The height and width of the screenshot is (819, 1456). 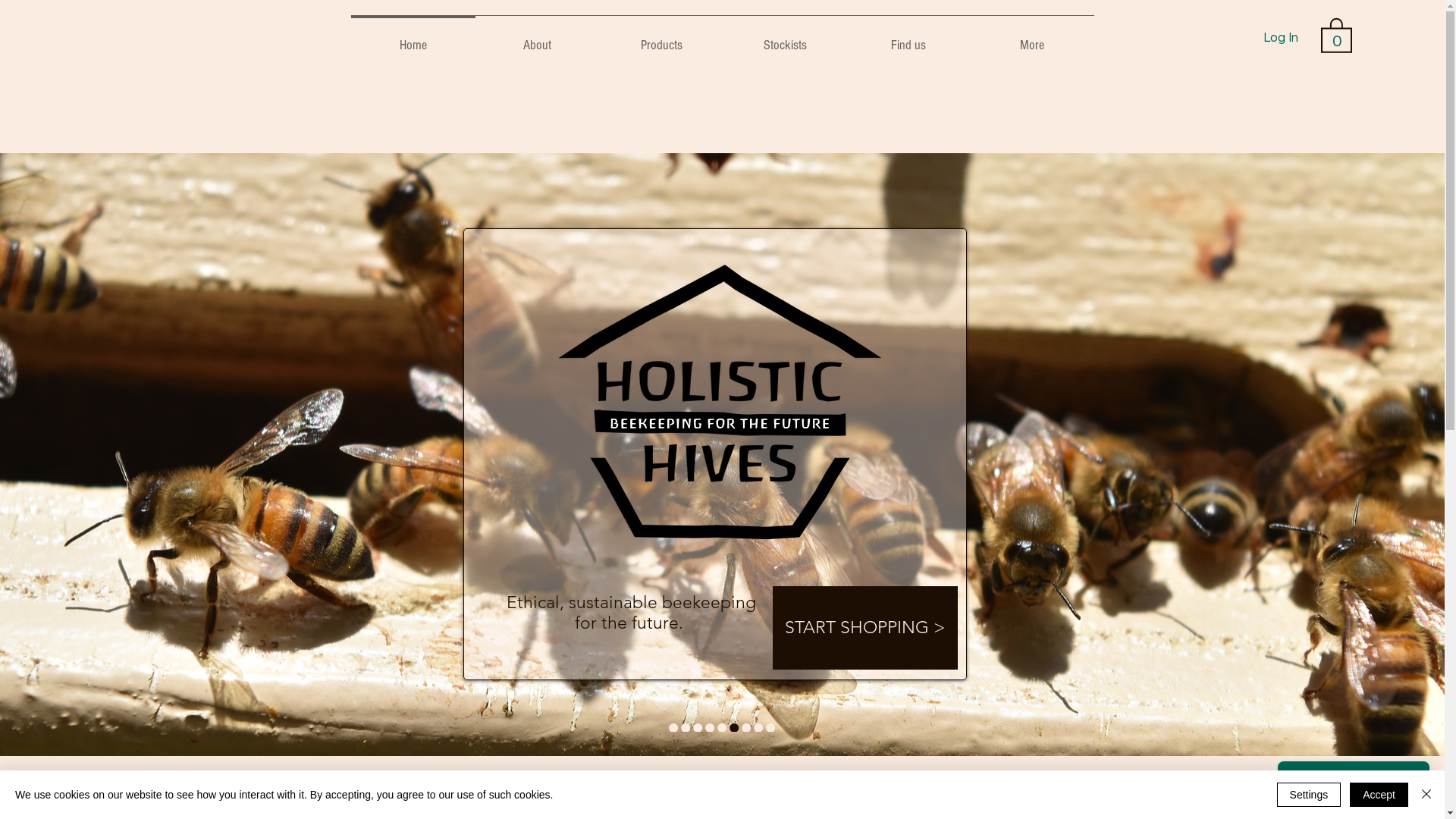 I want to click on 'Find us', so click(x=908, y=37).